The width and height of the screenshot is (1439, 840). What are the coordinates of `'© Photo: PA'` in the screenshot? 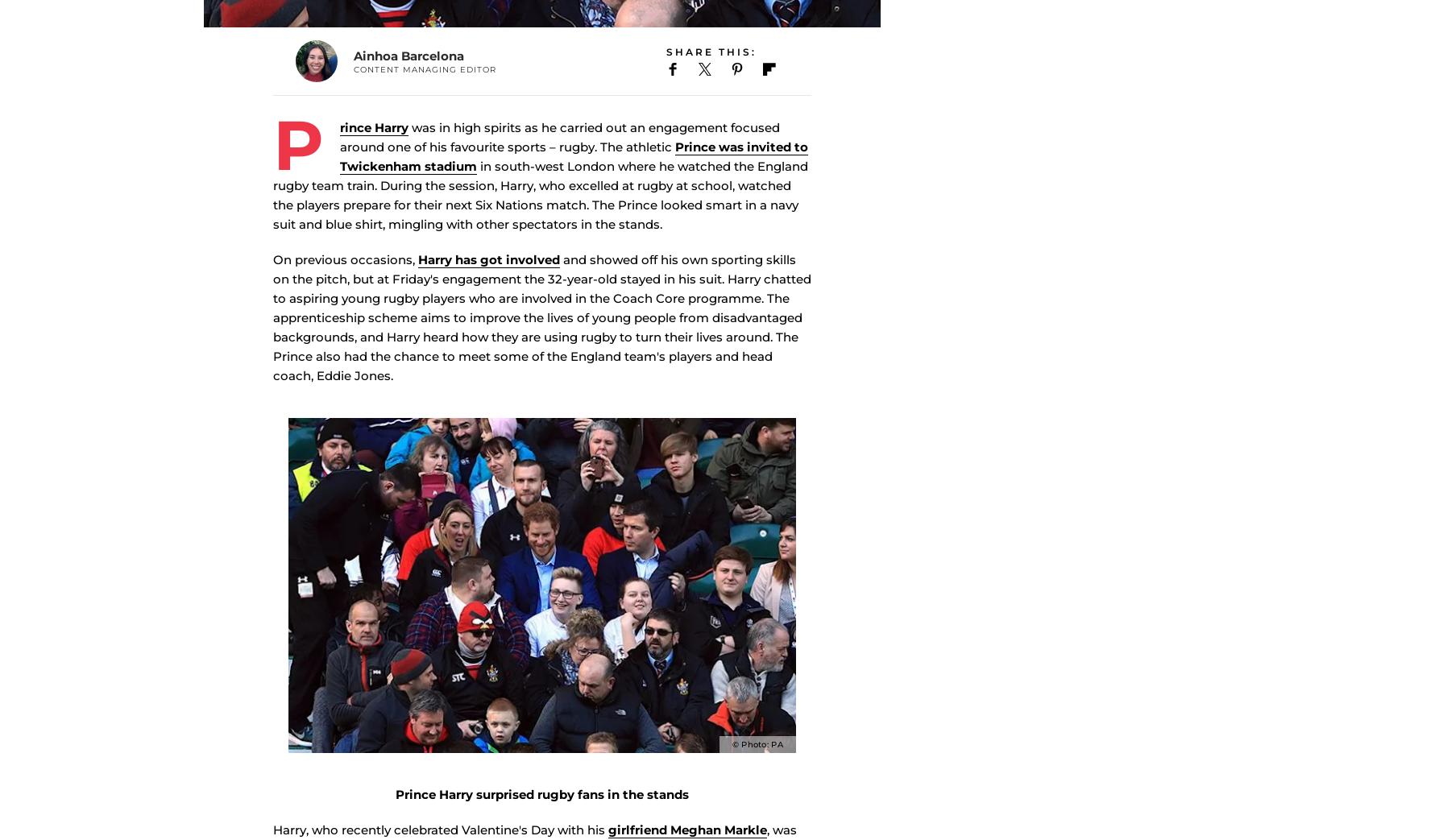 It's located at (757, 768).